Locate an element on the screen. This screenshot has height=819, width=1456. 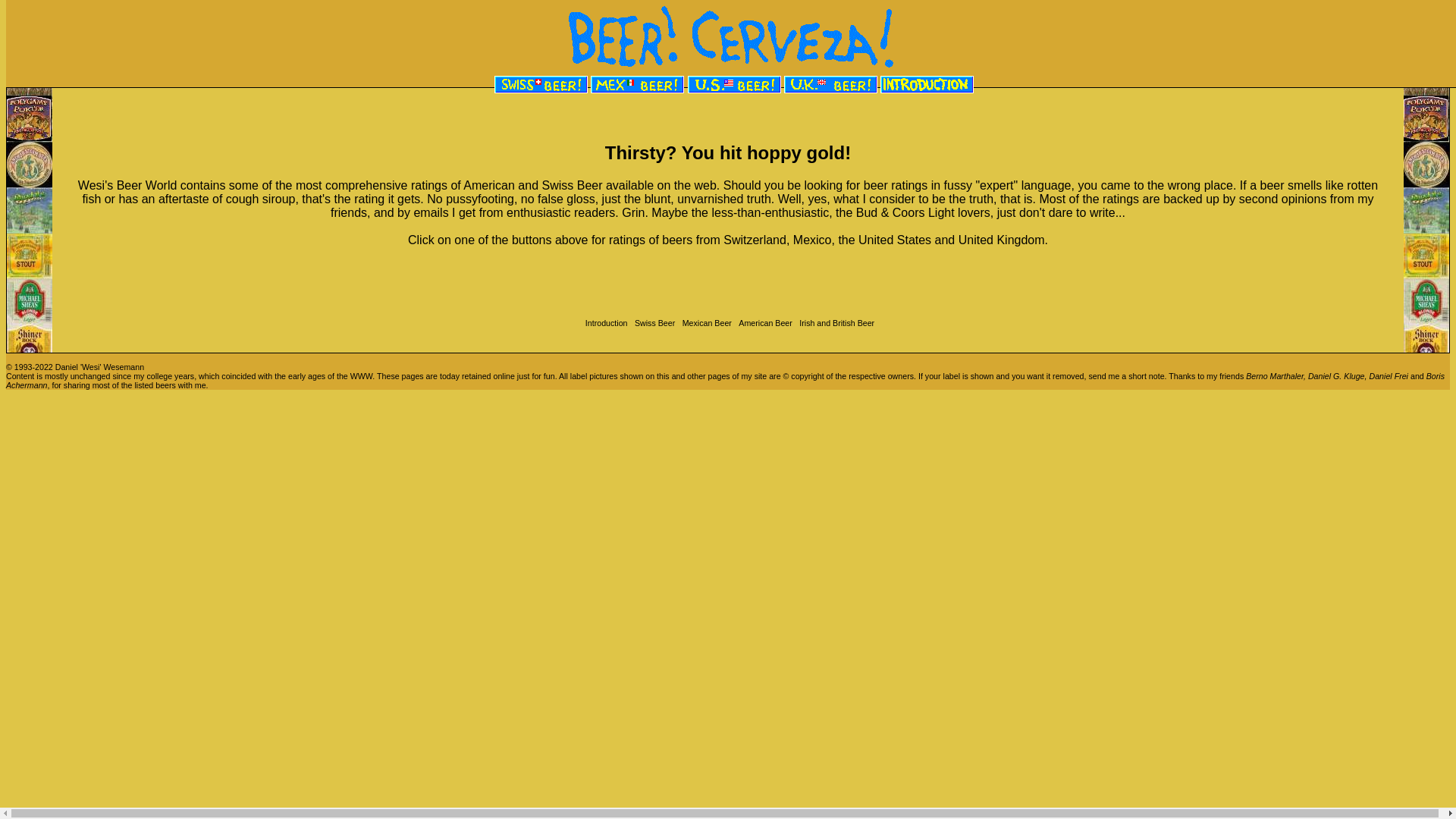
'American Beer' is located at coordinates (763, 322).